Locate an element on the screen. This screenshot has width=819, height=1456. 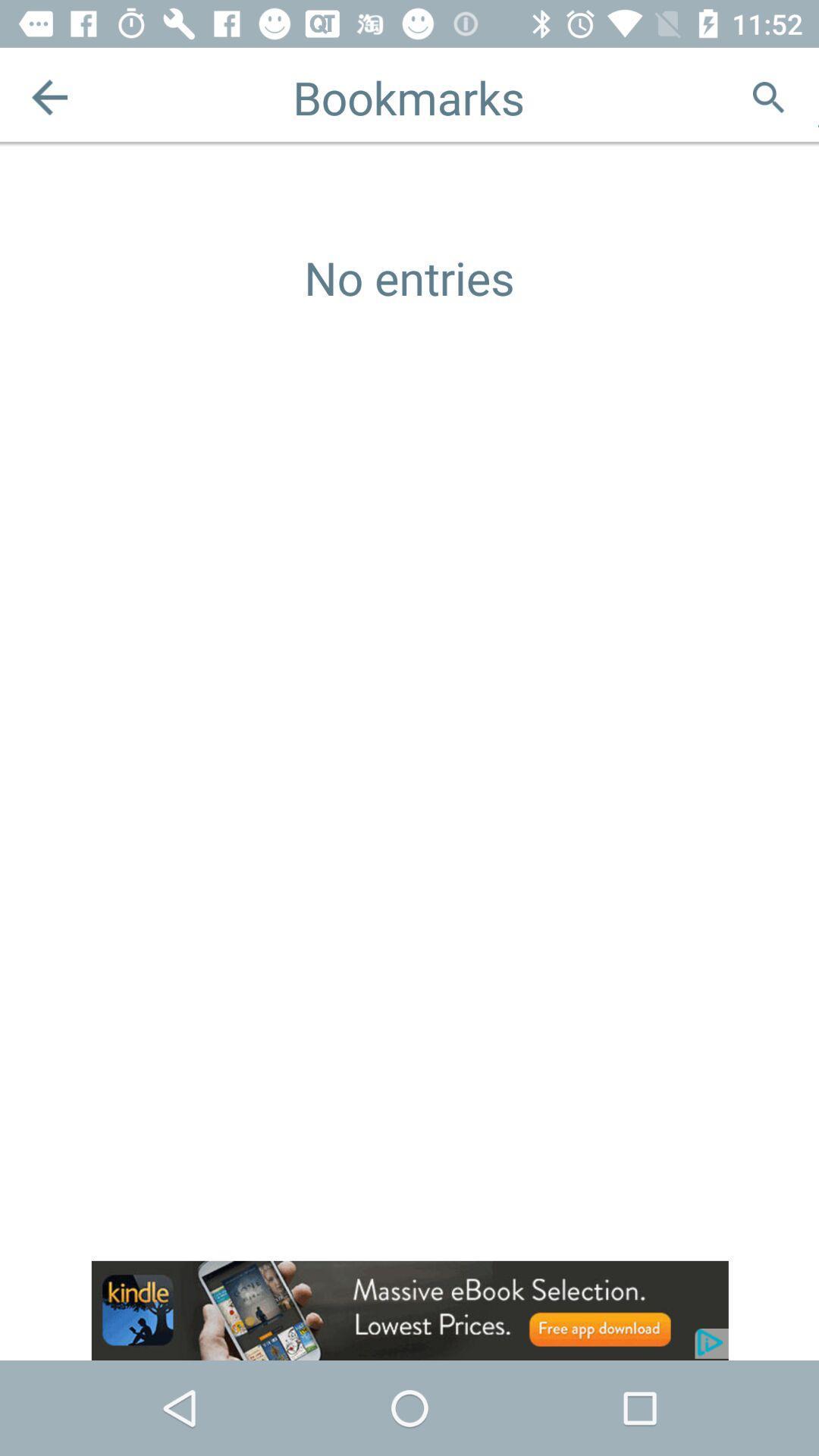
the search icon is located at coordinates (768, 96).